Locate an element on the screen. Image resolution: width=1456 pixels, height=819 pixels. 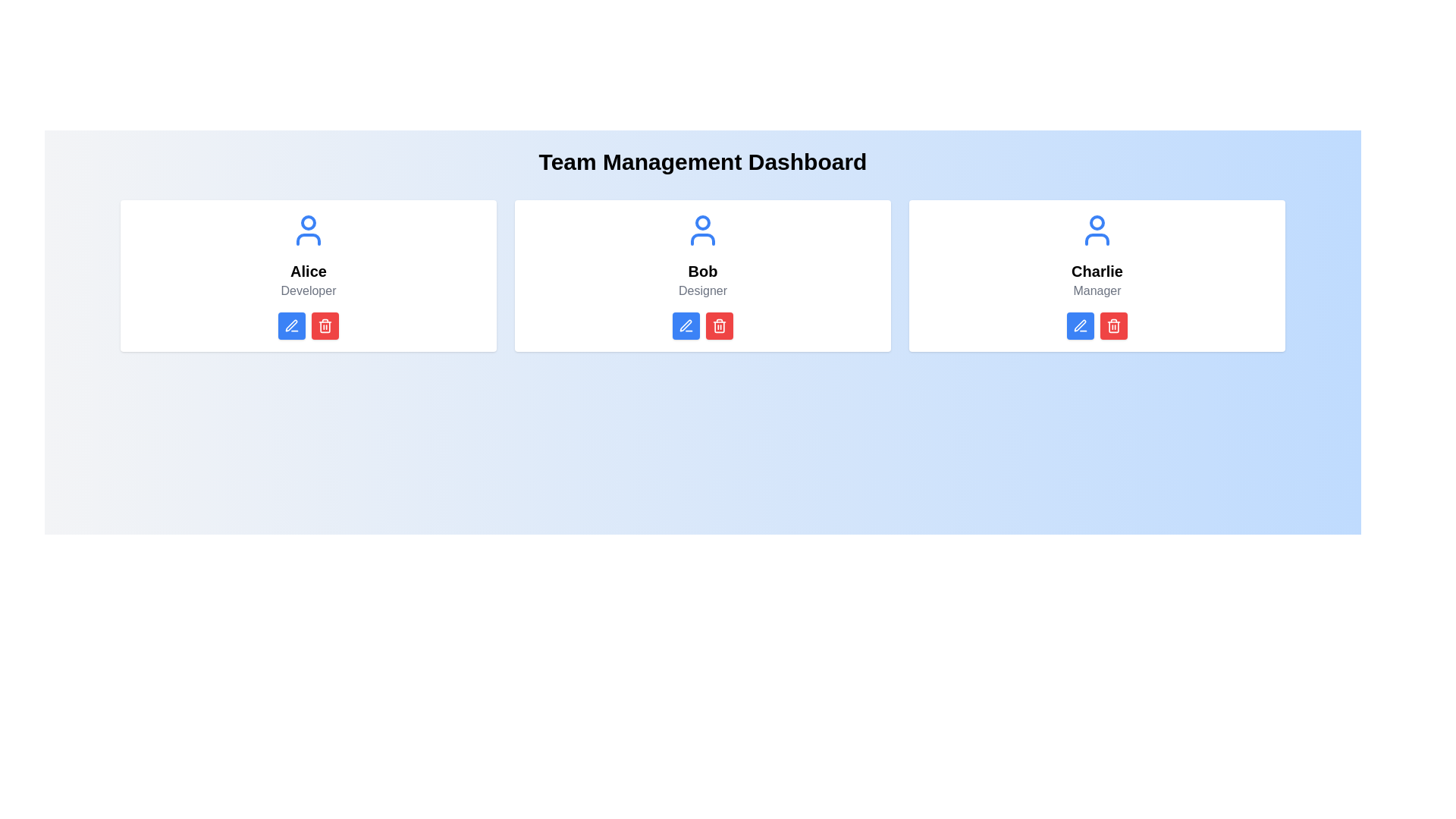
the profile icon for user 'Charlie' in the top-center of the card layout within the 'Team Management Dashboard' is located at coordinates (1097, 231).